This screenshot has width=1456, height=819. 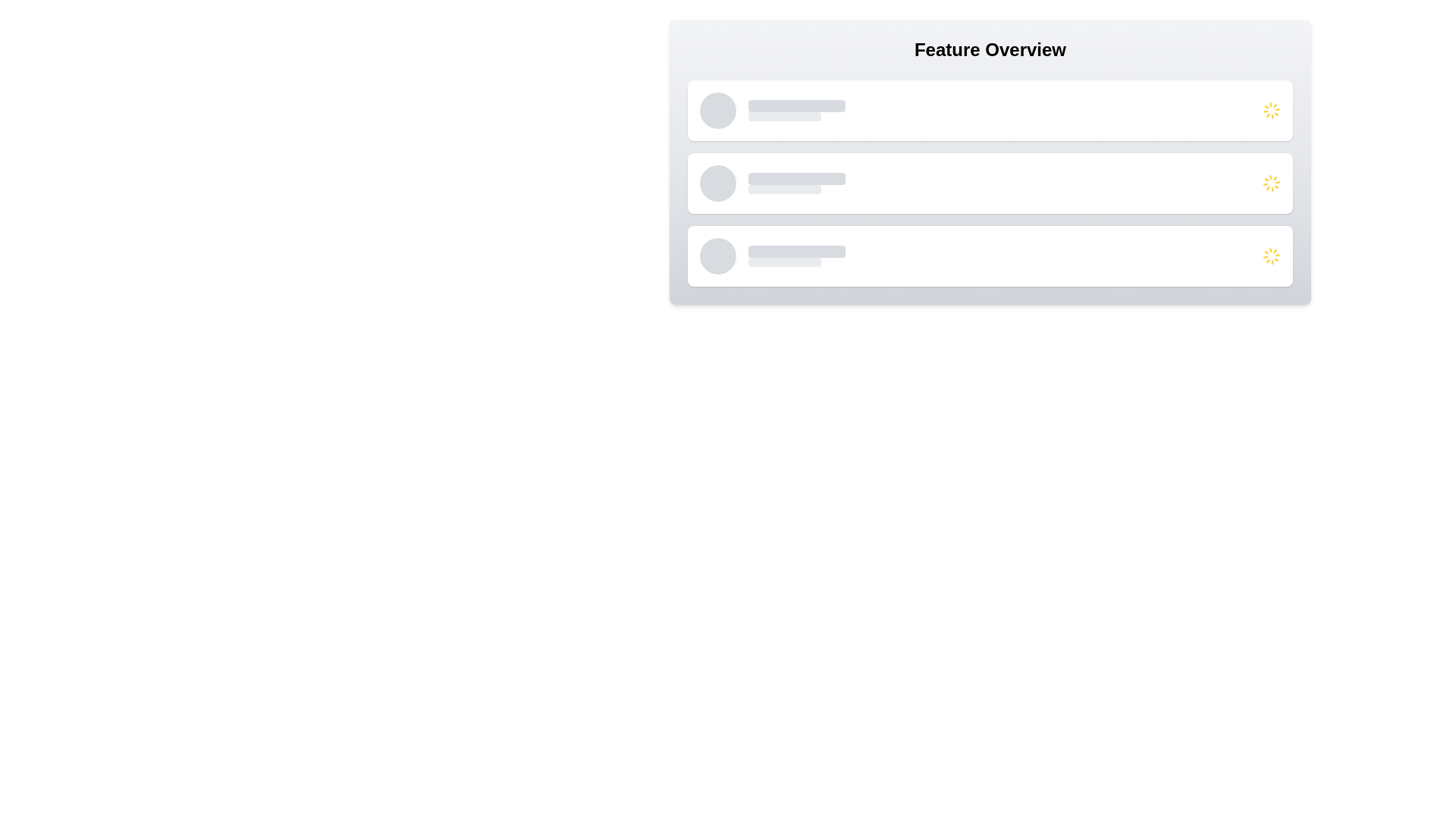 What do you see at coordinates (1271, 256) in the screenshot?
I see `the animation of the yellow circular icon located at the far right of the third row in a vertical list of three rows` at bounding box center [1271, 256].